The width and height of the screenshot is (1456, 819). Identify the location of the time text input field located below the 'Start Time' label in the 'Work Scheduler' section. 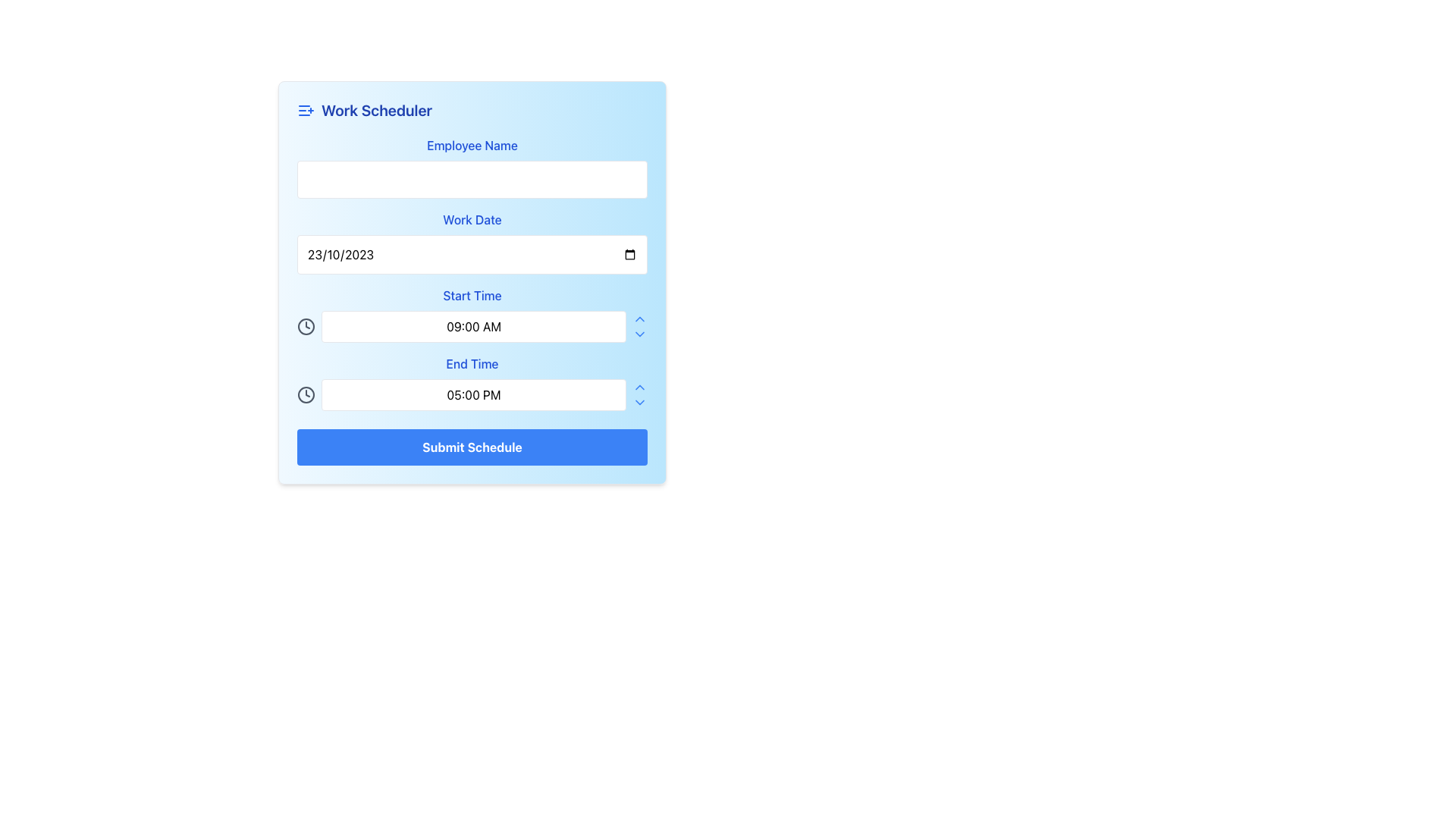
(472, 326).